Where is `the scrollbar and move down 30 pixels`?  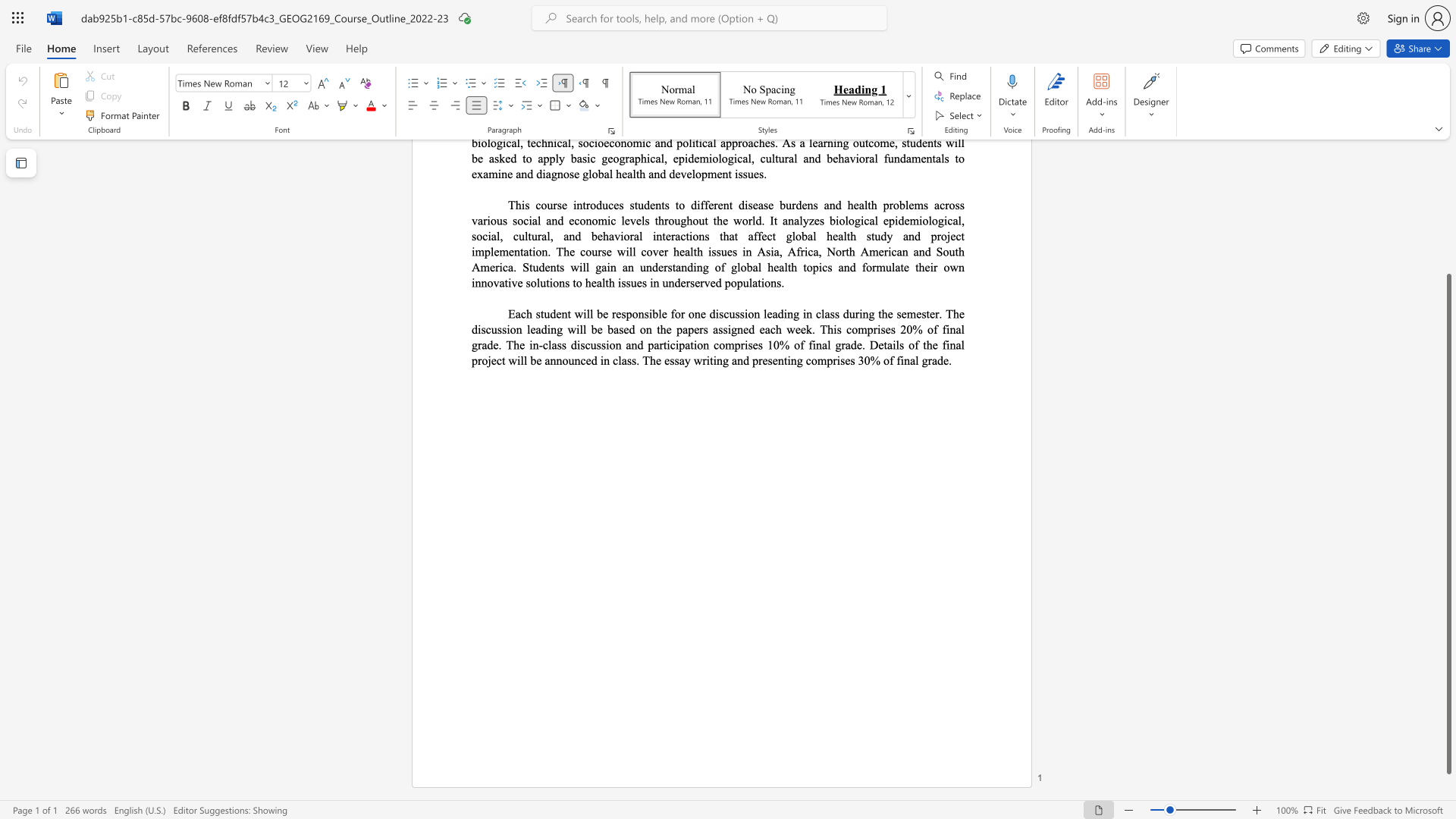 the scrollbar and move down 30 pixels is located at coordinates (1448, 523).